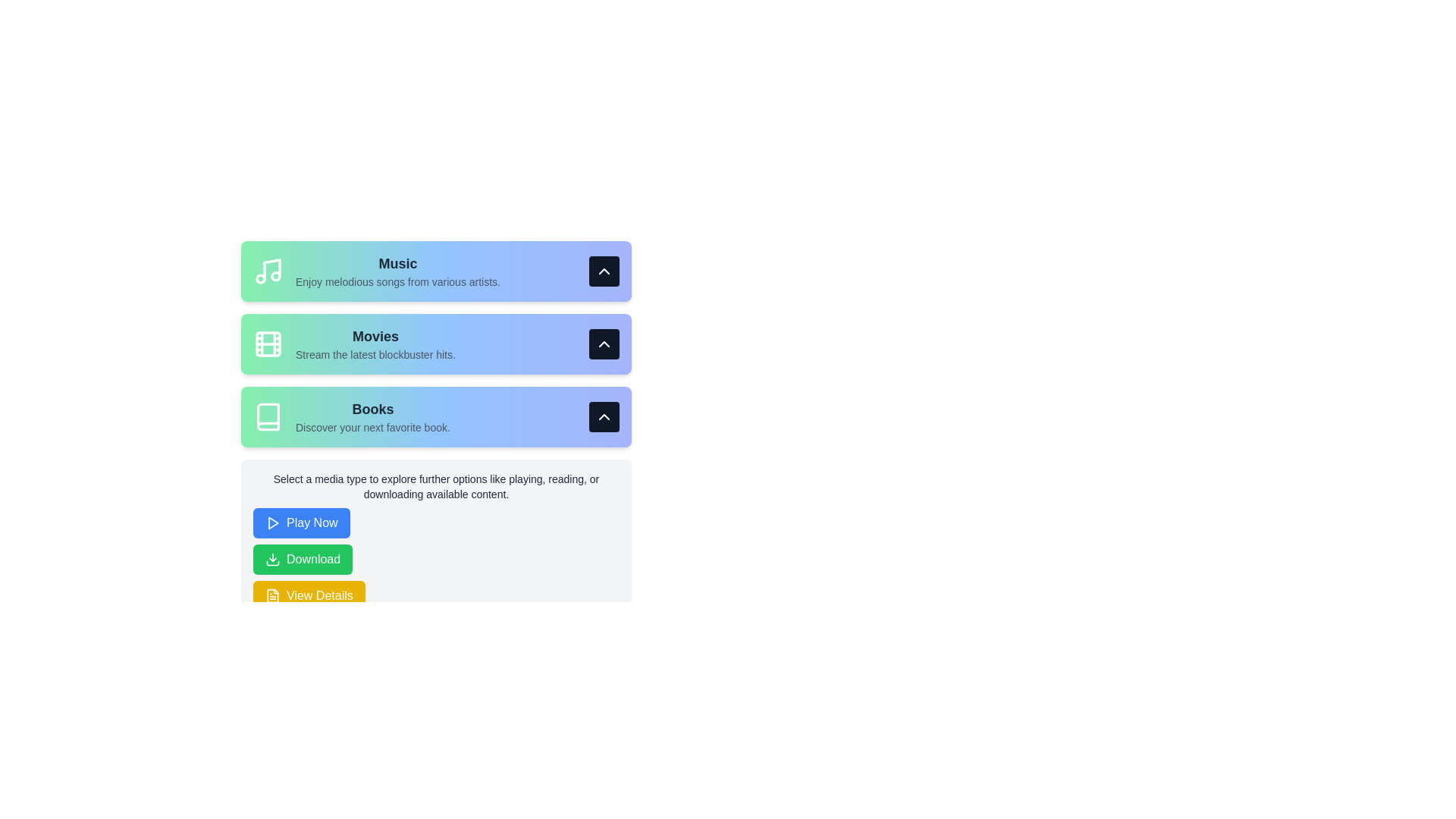  Describe the element at coordinates (603, 417) in the screenshot. I see `the button located at the top-right corner of the 'Books' section` at that location.